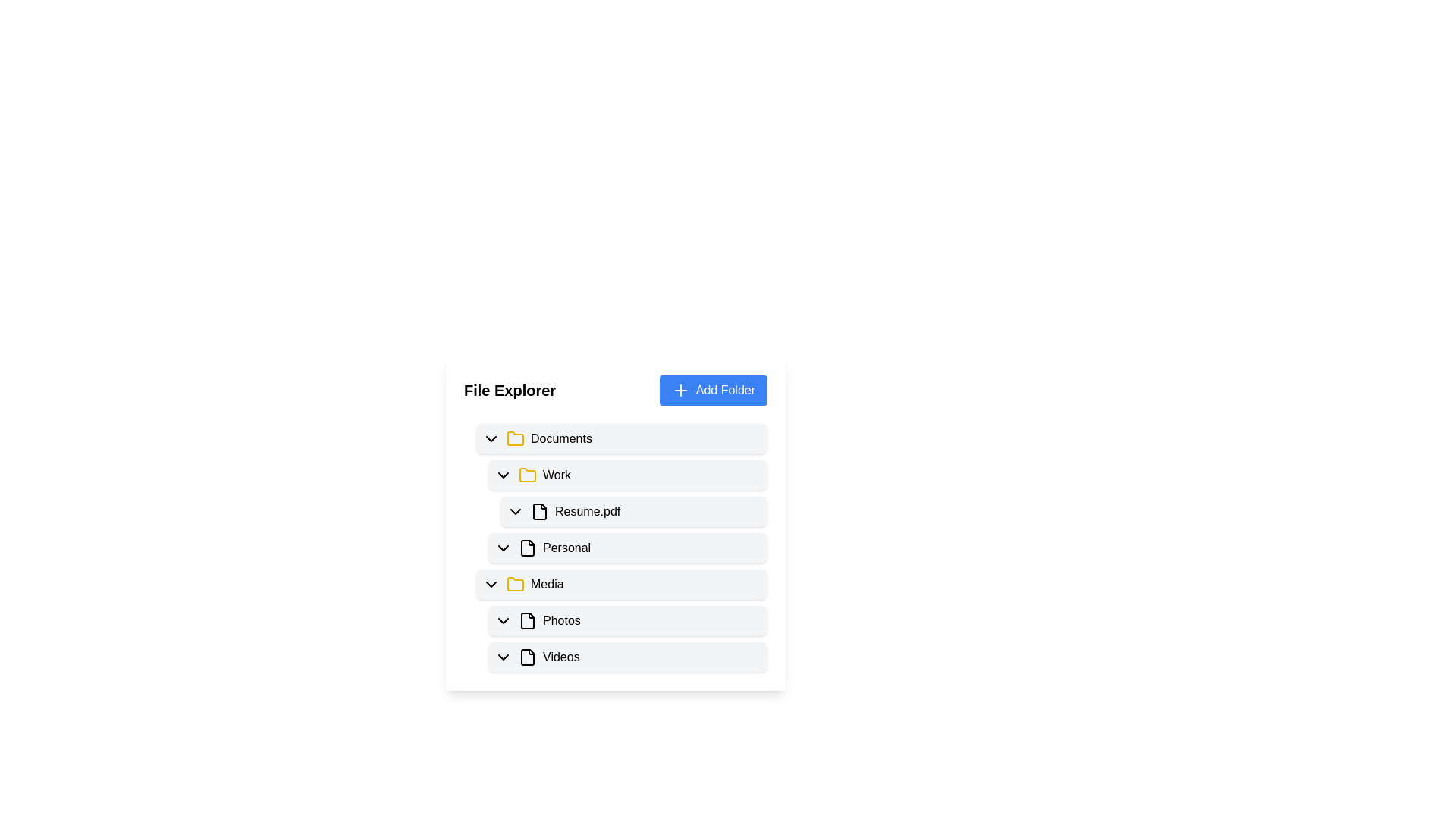  What do you see at coordinates (516, 438) in the screenshot?
I see `the folder icon representing the Documents category in the File Explorer interface` at bounding box center [516, 438].